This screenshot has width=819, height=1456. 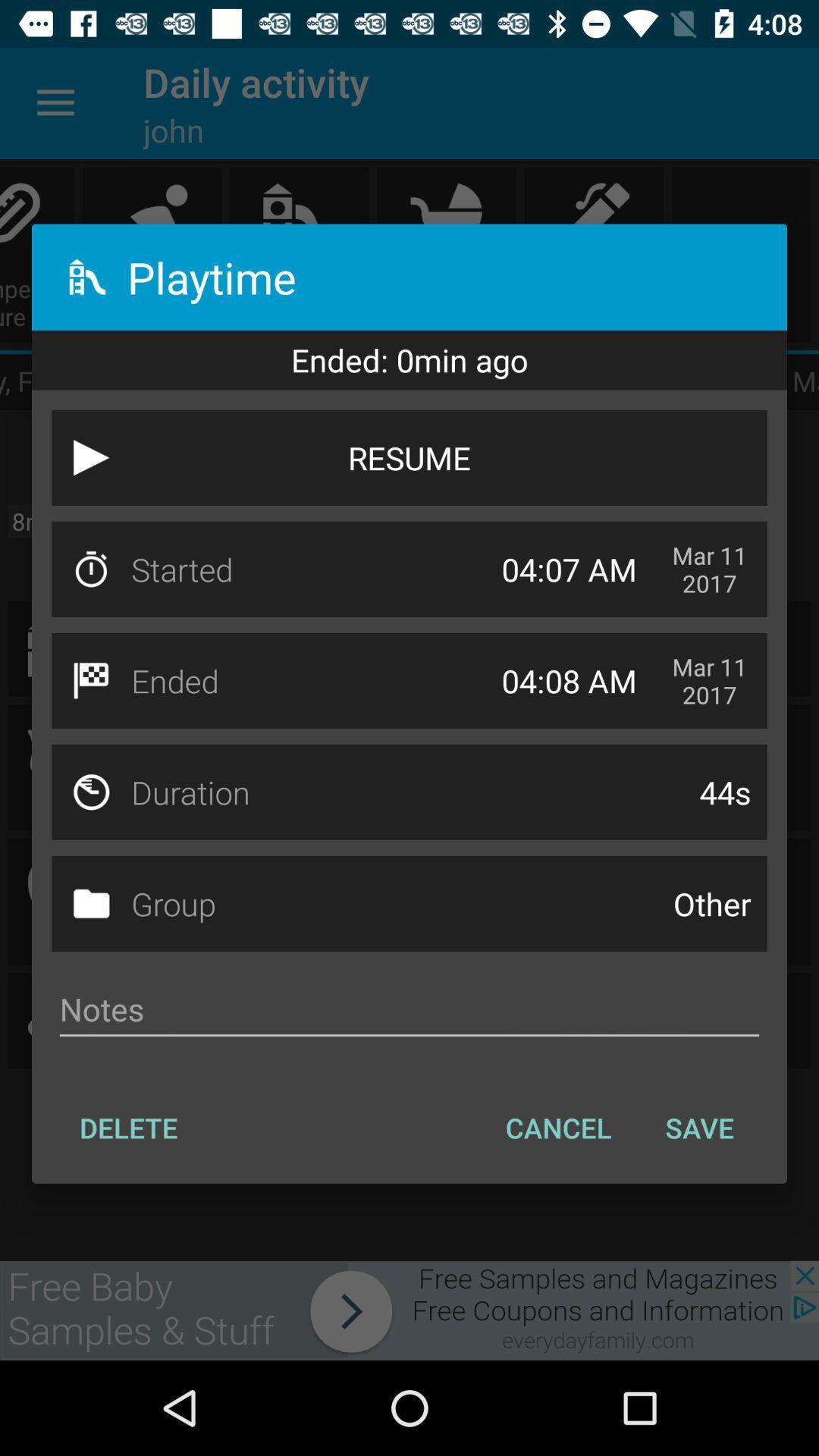 I want to click on icon next to the cancel, so click(x=127, y=1128).